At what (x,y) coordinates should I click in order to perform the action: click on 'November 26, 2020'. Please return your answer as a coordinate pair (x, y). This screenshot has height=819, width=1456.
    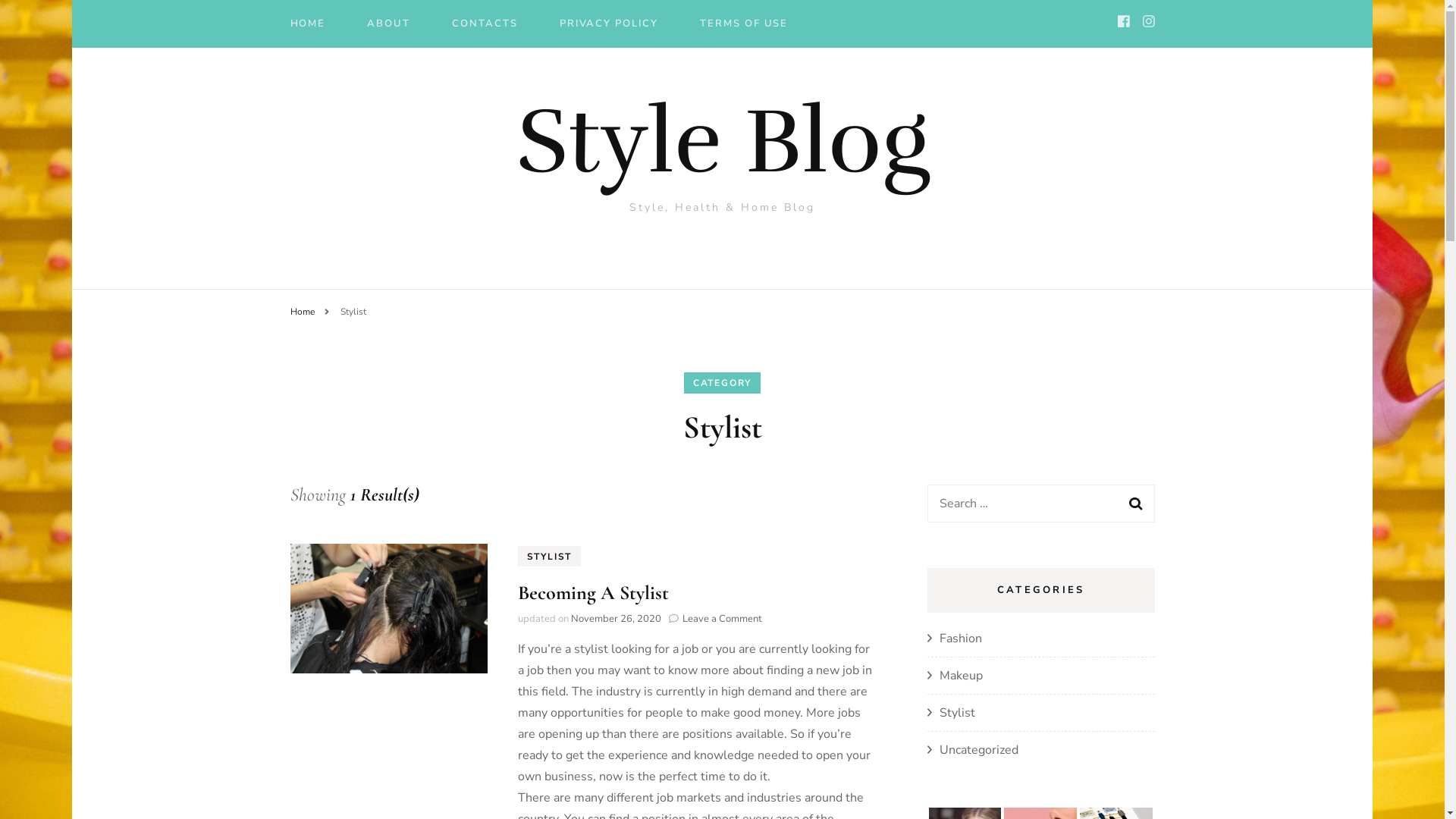
    Looking at the image, I should click on (615, 619).